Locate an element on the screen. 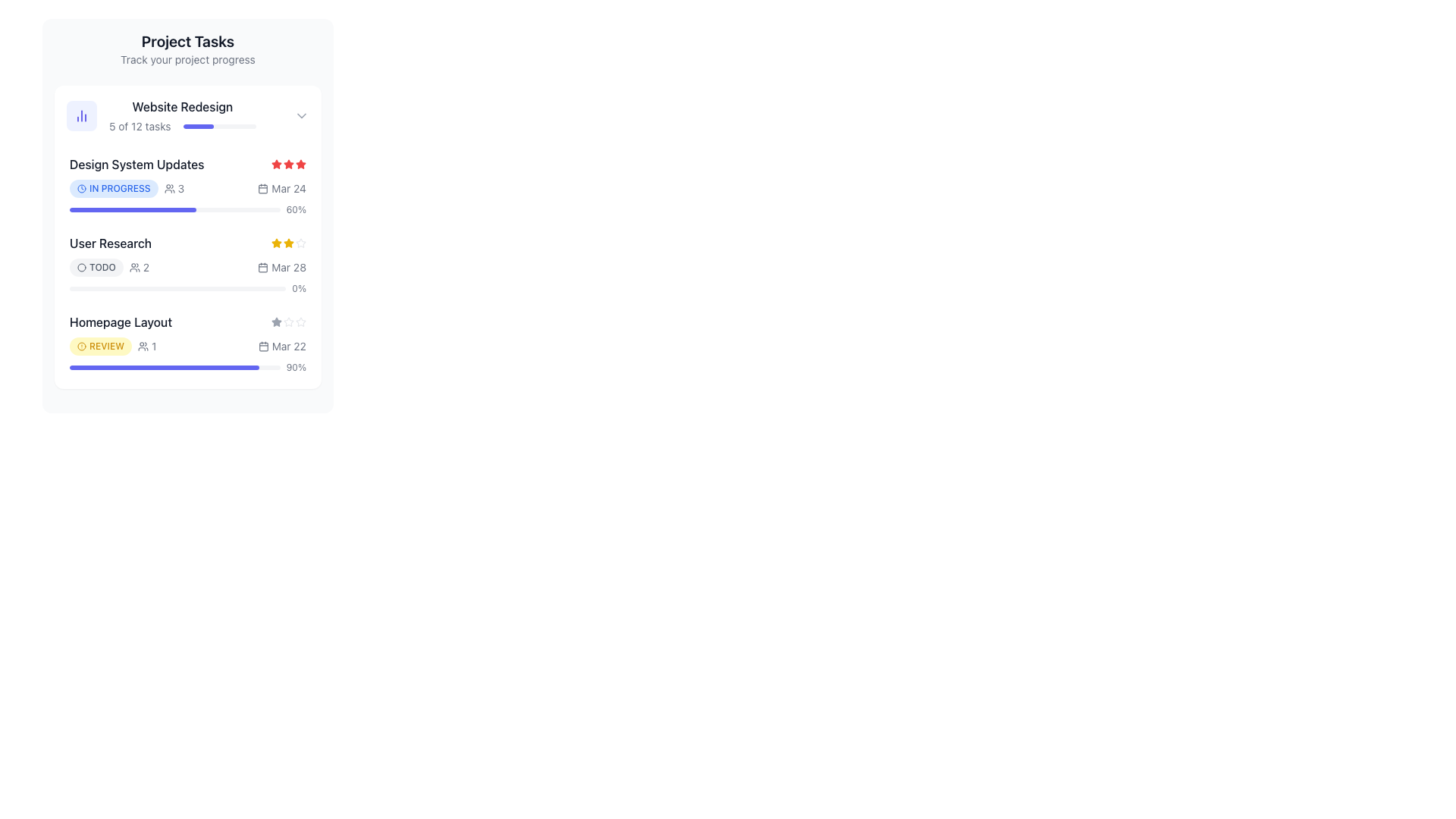 The width and height of the screenshot is (1456, 819). the background area of the calendar icon is located at coordinates (263, 267).